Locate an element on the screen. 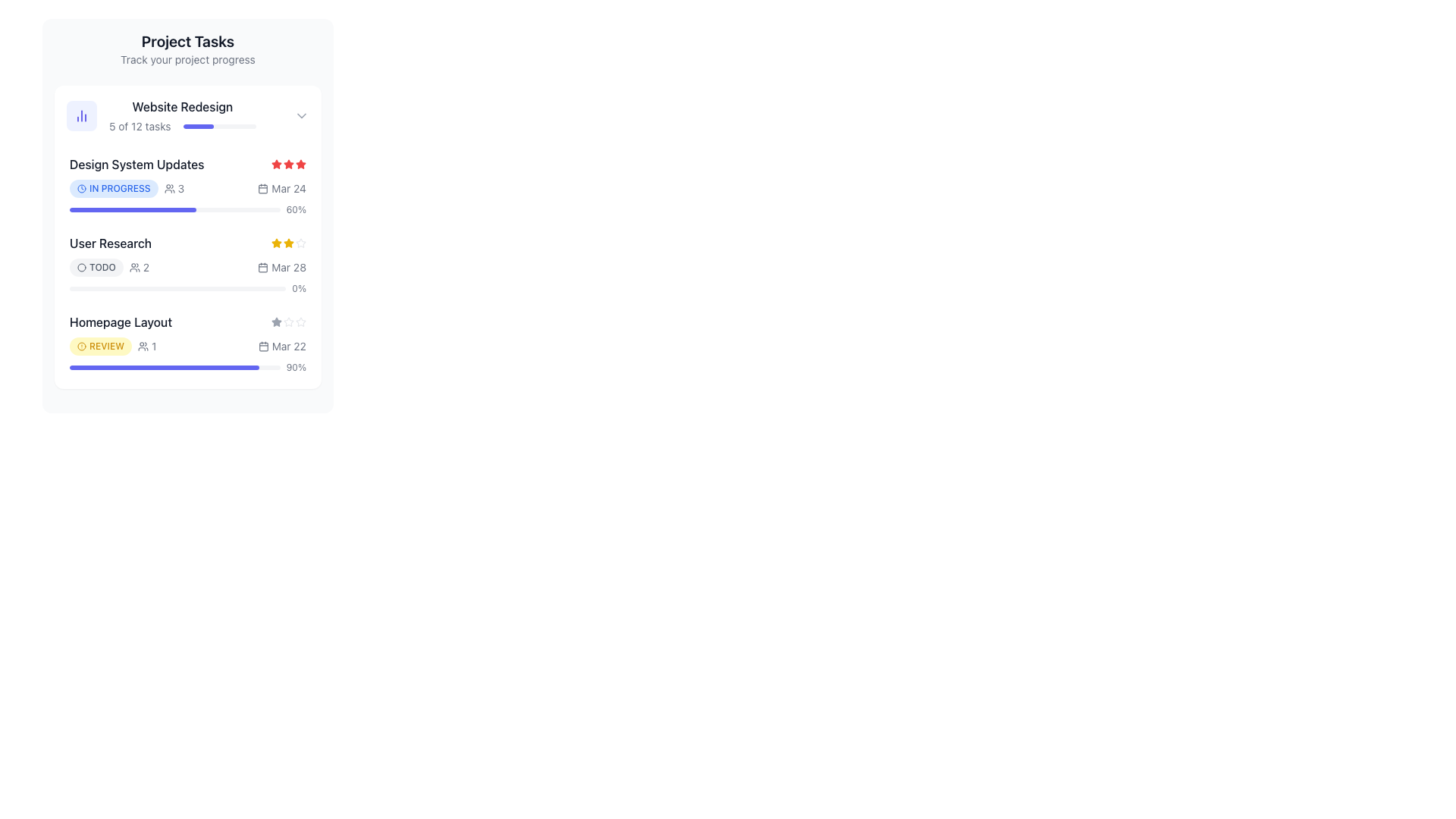 The width and height of the screenshot is (1456, 819). the background area of the calendar icon is located at coordinates (263, 267).